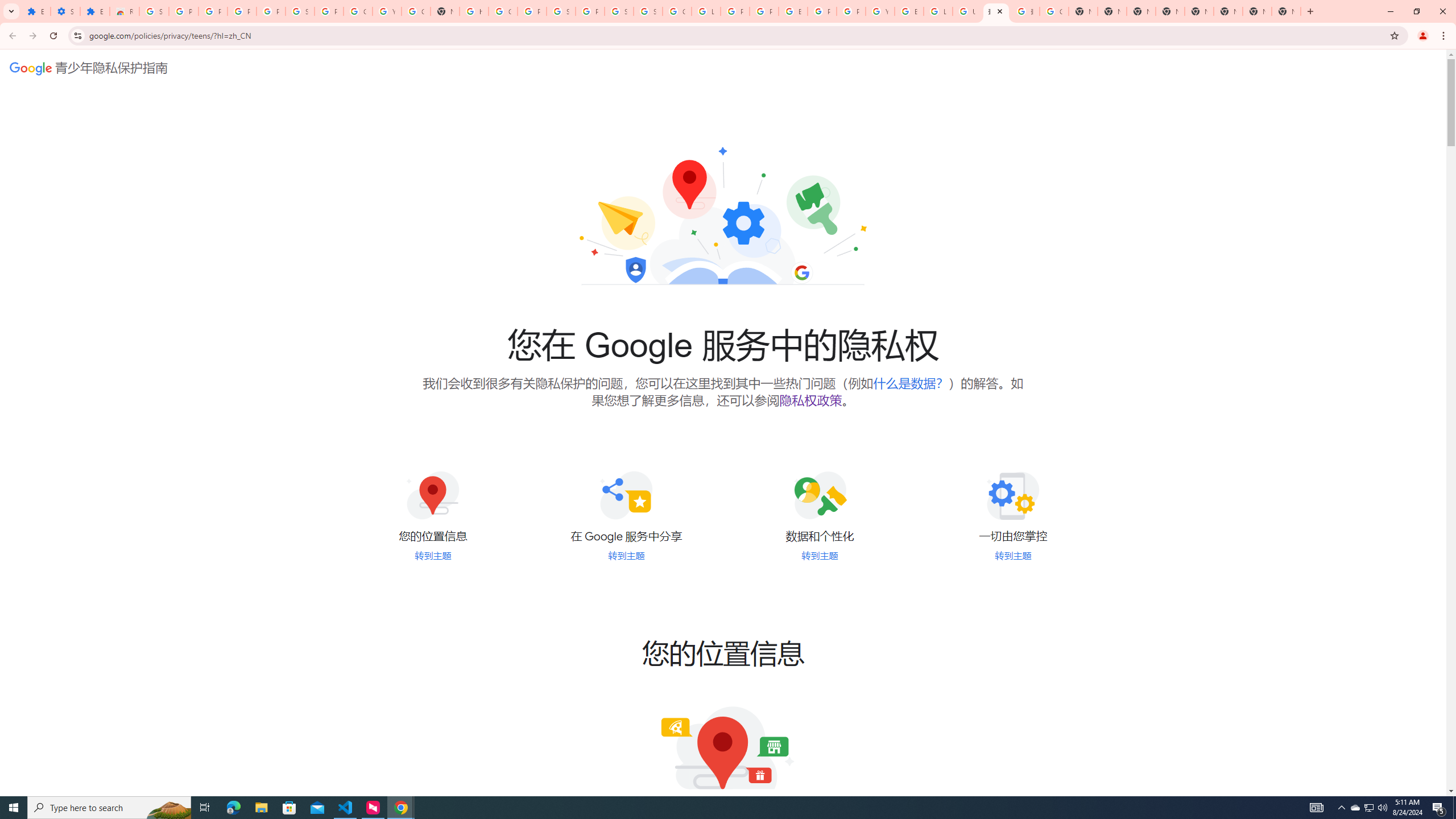 The width and height of the screenshot is (1456, 819). What do you see at coordinates (1286, 11) in the screenshot?
I see `'New Tab'` at bounding box center [1286, 11].